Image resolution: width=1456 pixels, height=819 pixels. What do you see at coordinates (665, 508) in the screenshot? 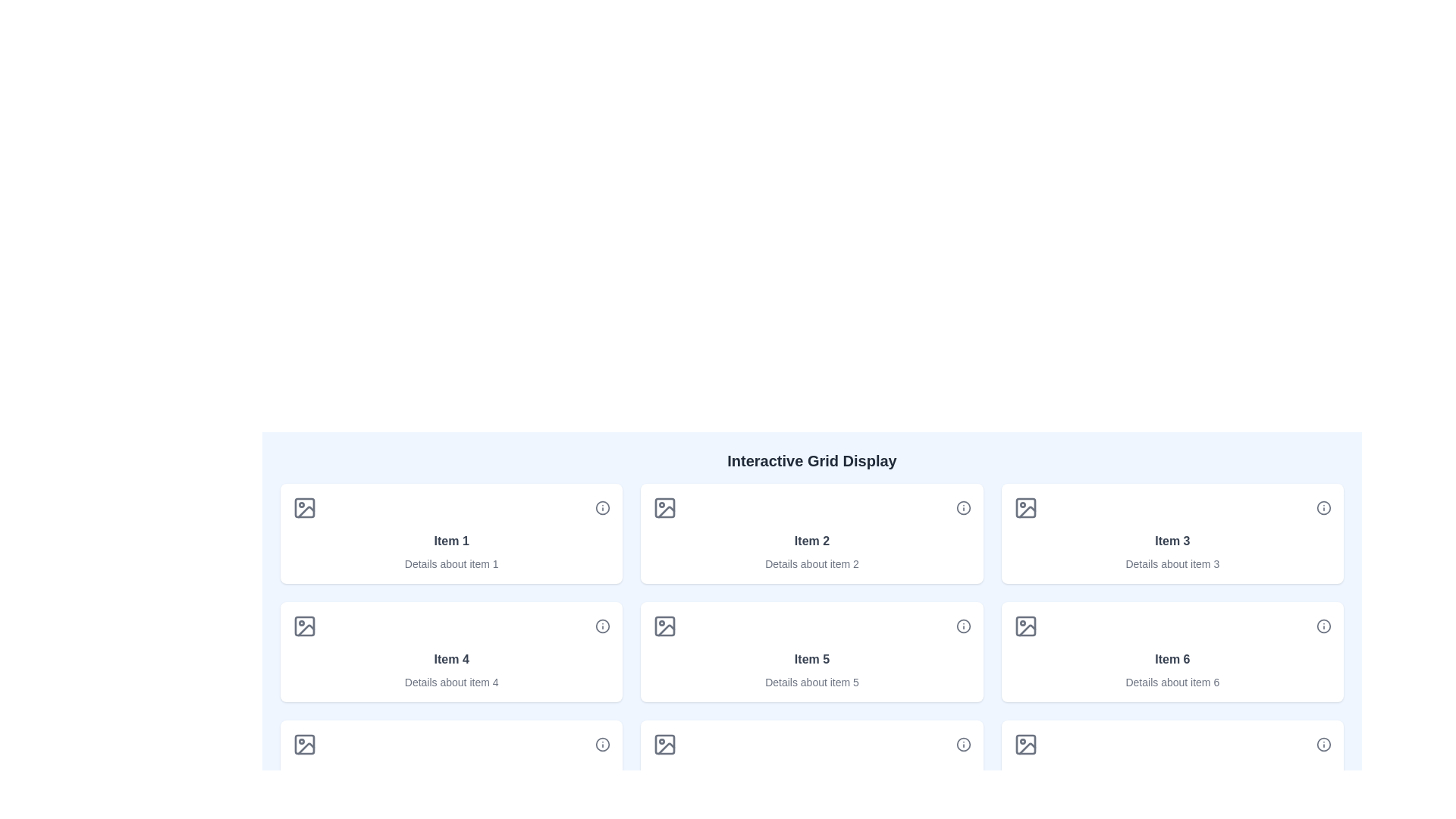
I see `the encompassing icon element, which is part of a composite symbol located within the second card of the top row in a grid layout` at bounding box center [665, 508].